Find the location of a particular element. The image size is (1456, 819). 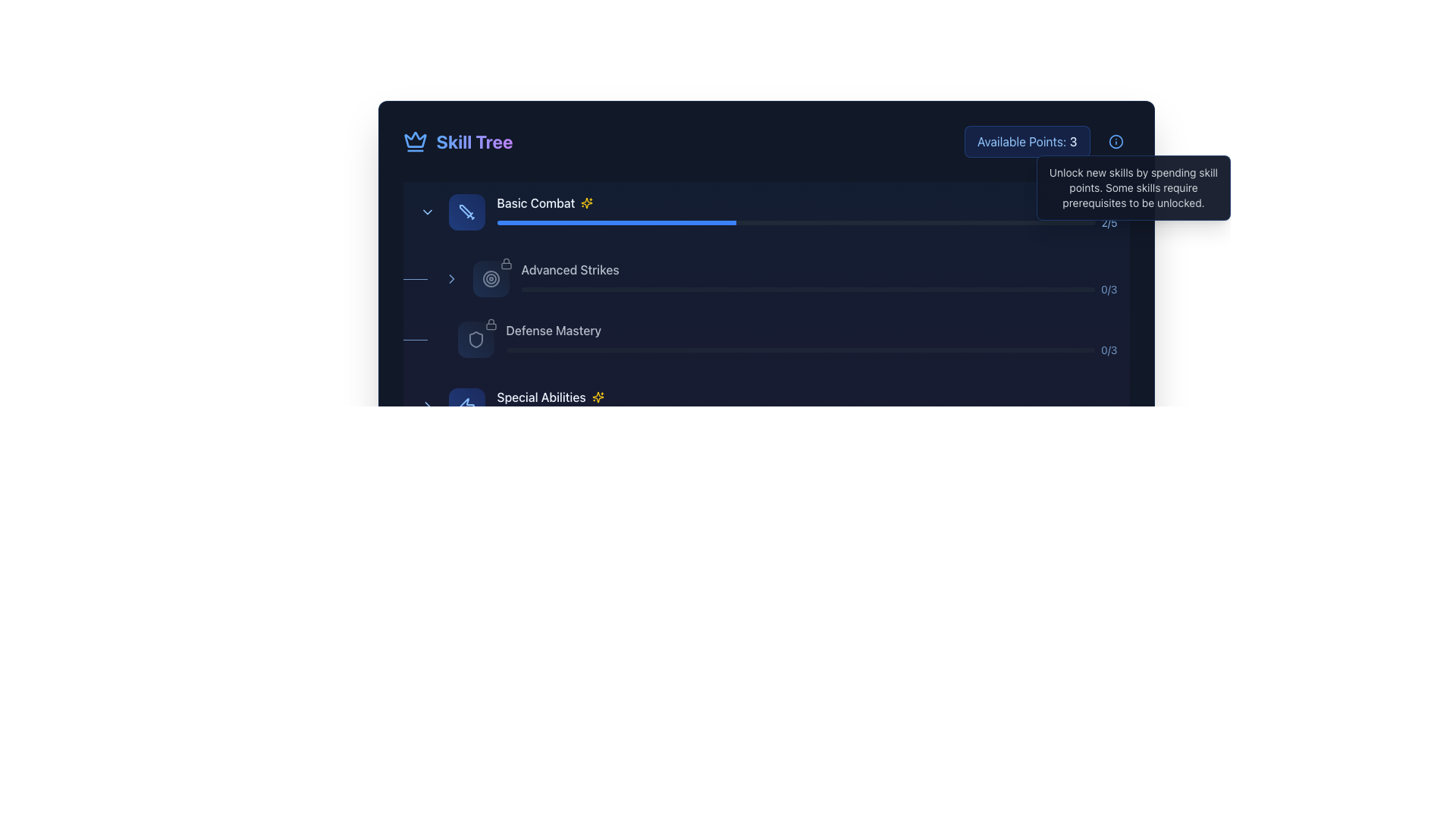

the 'Advanced Strikes' skill category descriptor is located at coordinates (766, 275).